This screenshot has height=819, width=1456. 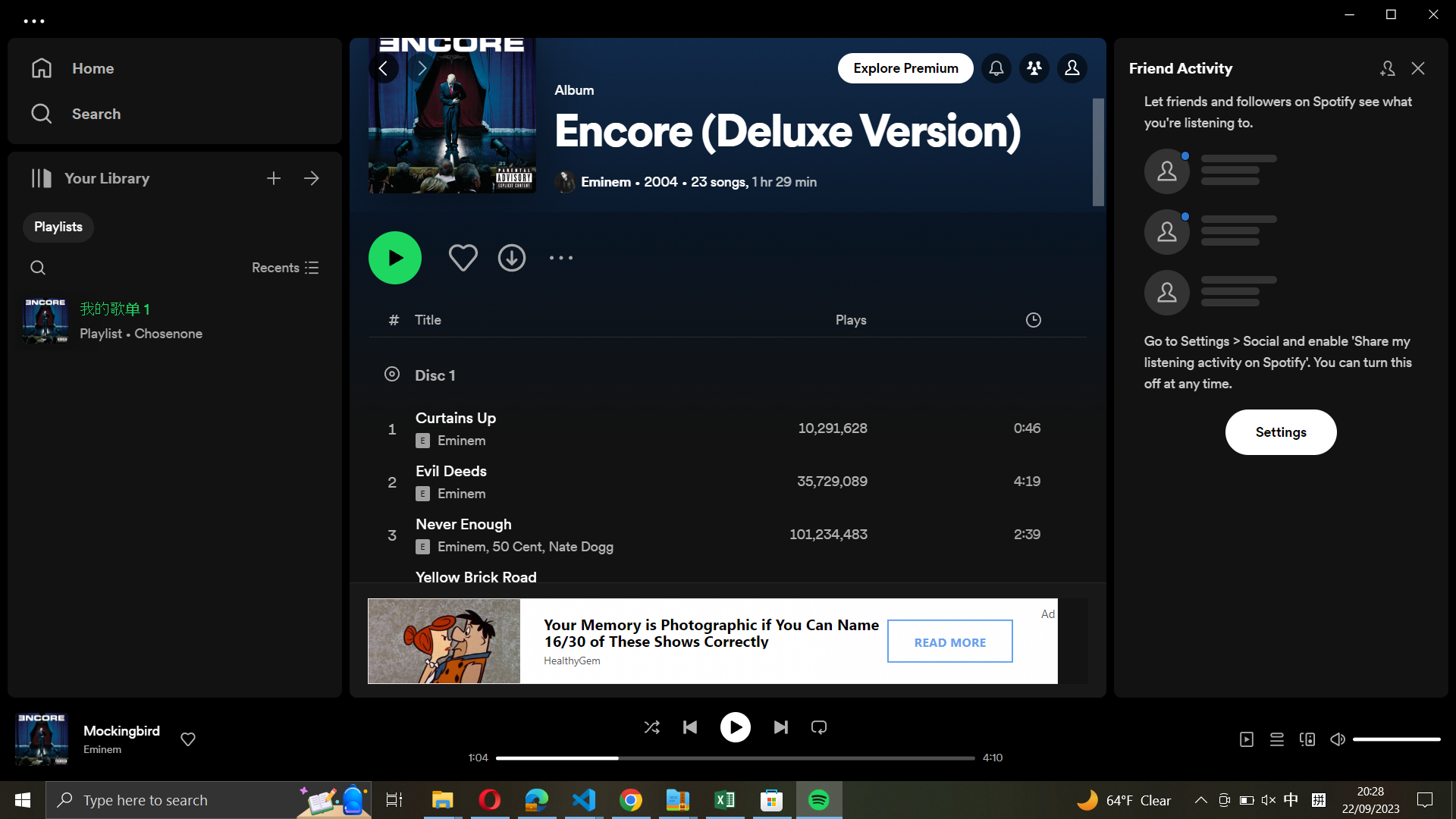 What do you see at coordinates (965, 760) in the screenshot?
I see `Go to the end of the current song` at bounding box center [965, 760].